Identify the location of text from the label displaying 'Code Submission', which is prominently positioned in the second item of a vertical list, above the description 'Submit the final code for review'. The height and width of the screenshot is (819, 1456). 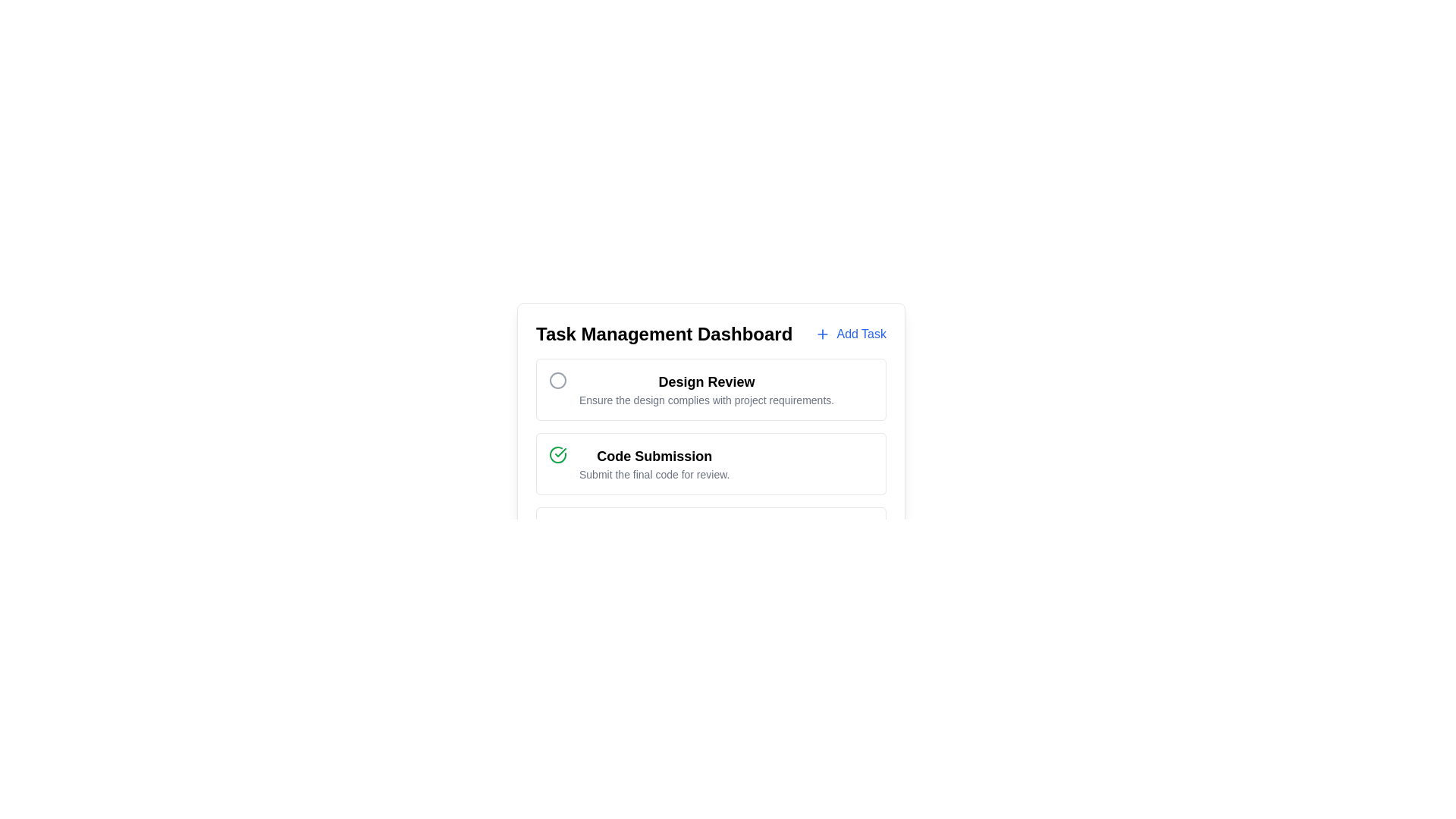
(654, 455).